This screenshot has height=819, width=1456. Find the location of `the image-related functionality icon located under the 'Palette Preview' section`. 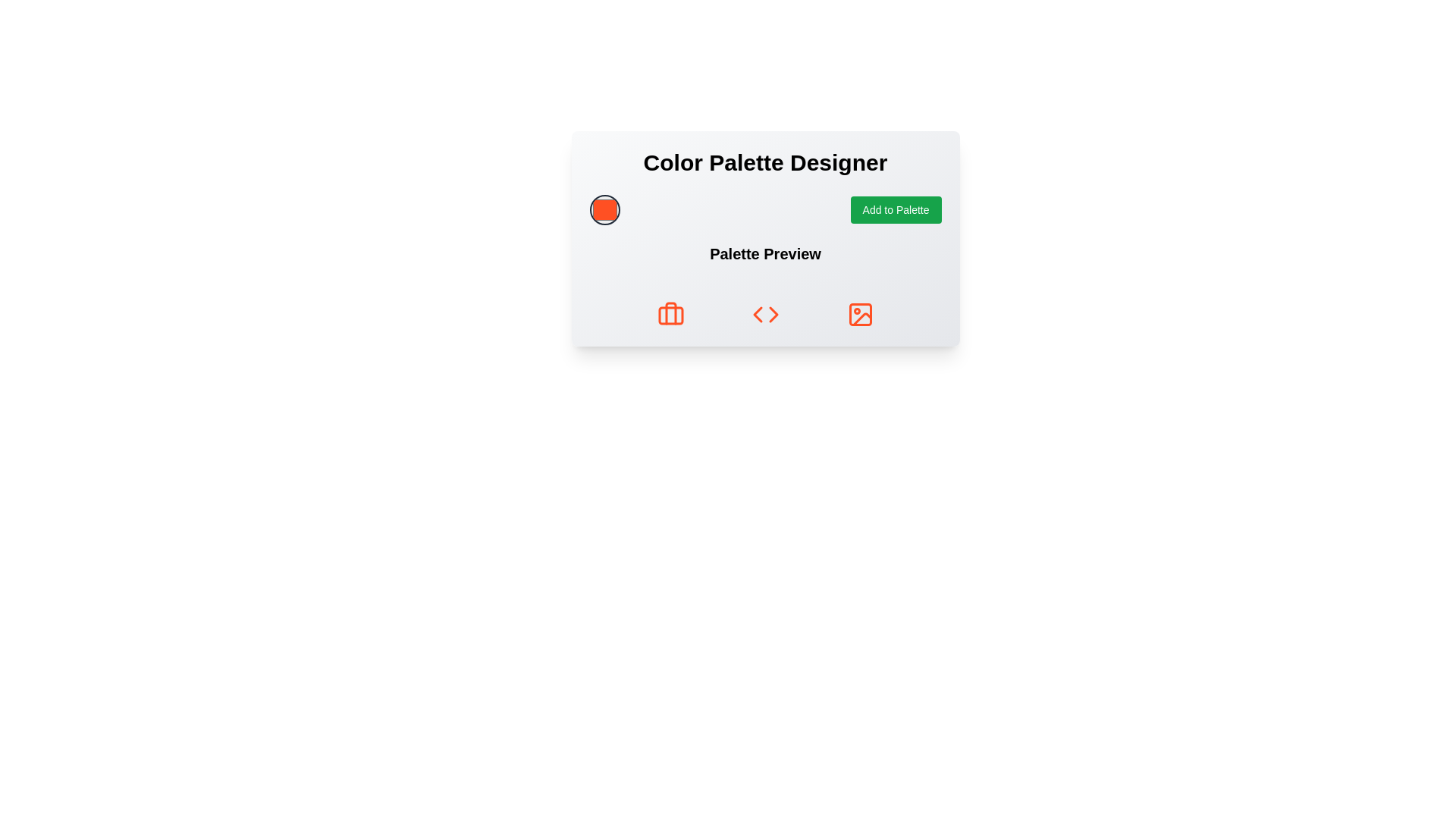

the image-related functionality icon located under the 'Palette Preview' section is located at coordinates (860, 314).